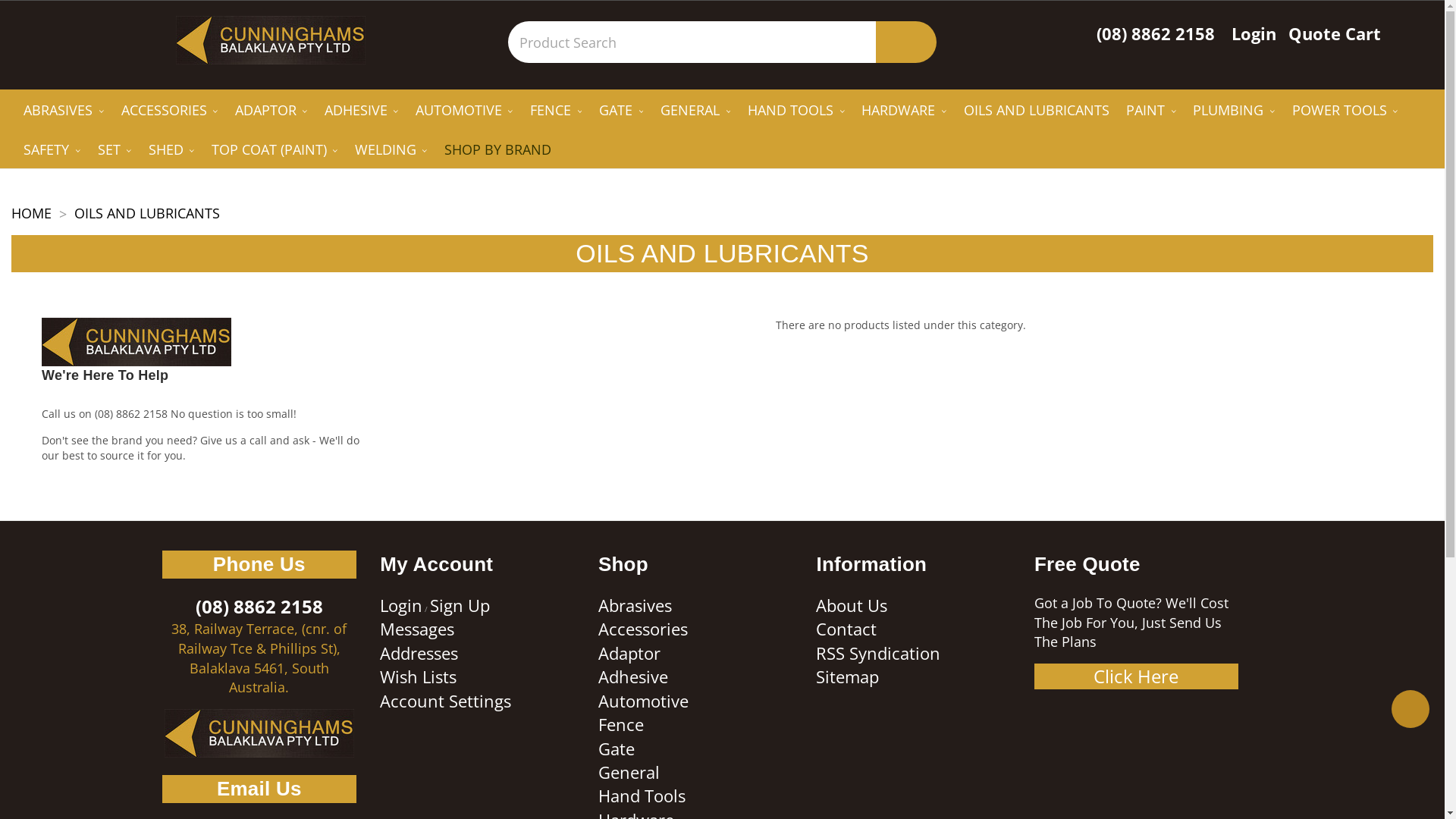 This screenshot has height=819, width=1456. What do you see at coordinates (1183, 111) in the screenshot?
I see `'PLUMBING'` at bounding box center [1183, 111].